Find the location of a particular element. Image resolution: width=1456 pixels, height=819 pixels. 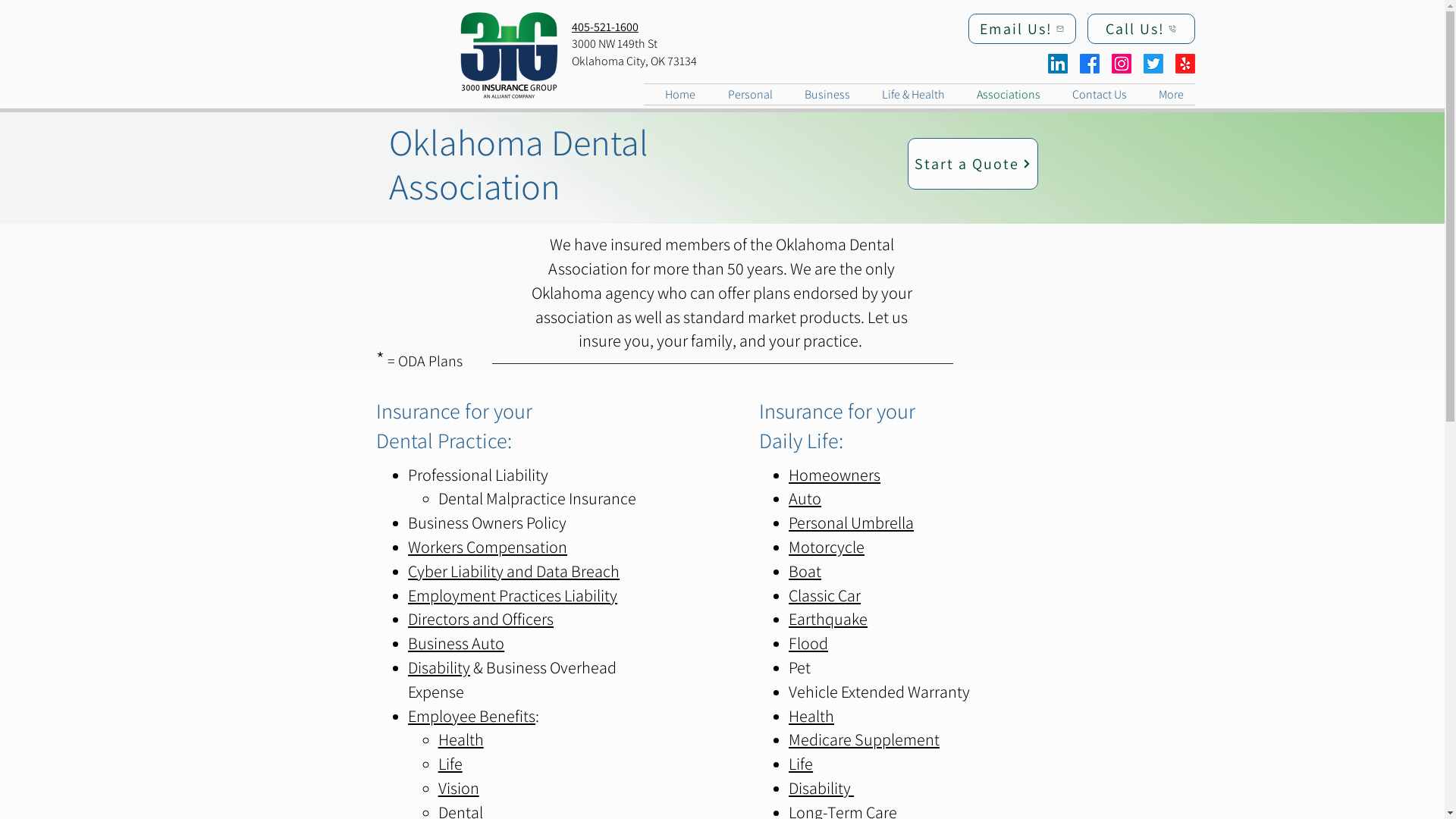

'Business Auto' is located at coordinates (455, 643).